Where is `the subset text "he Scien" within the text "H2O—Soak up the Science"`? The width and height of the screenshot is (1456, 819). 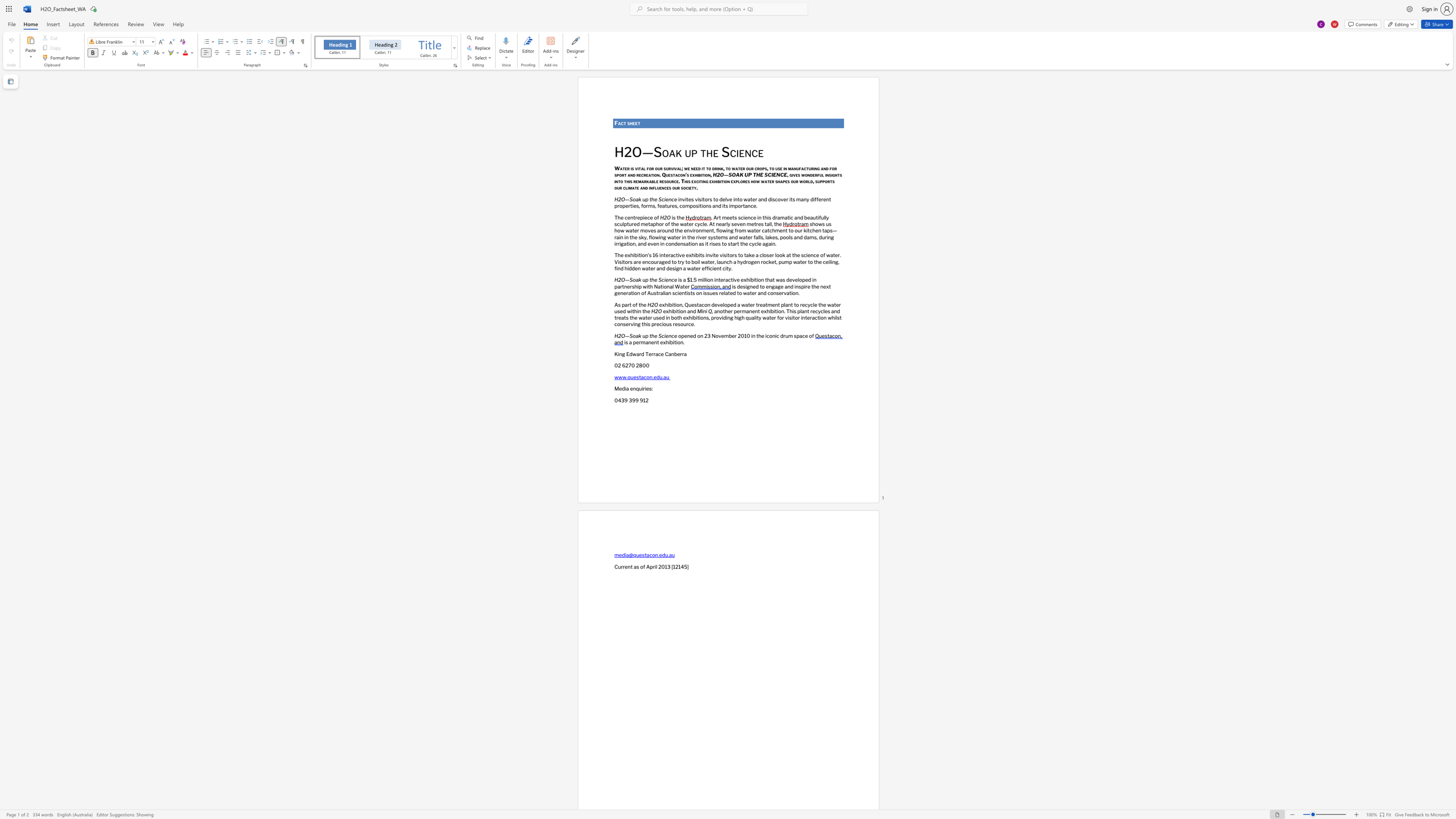
the subset text "he Scien" within the text "H2O—Soak up the Science" is located at coordinates (651, 199).